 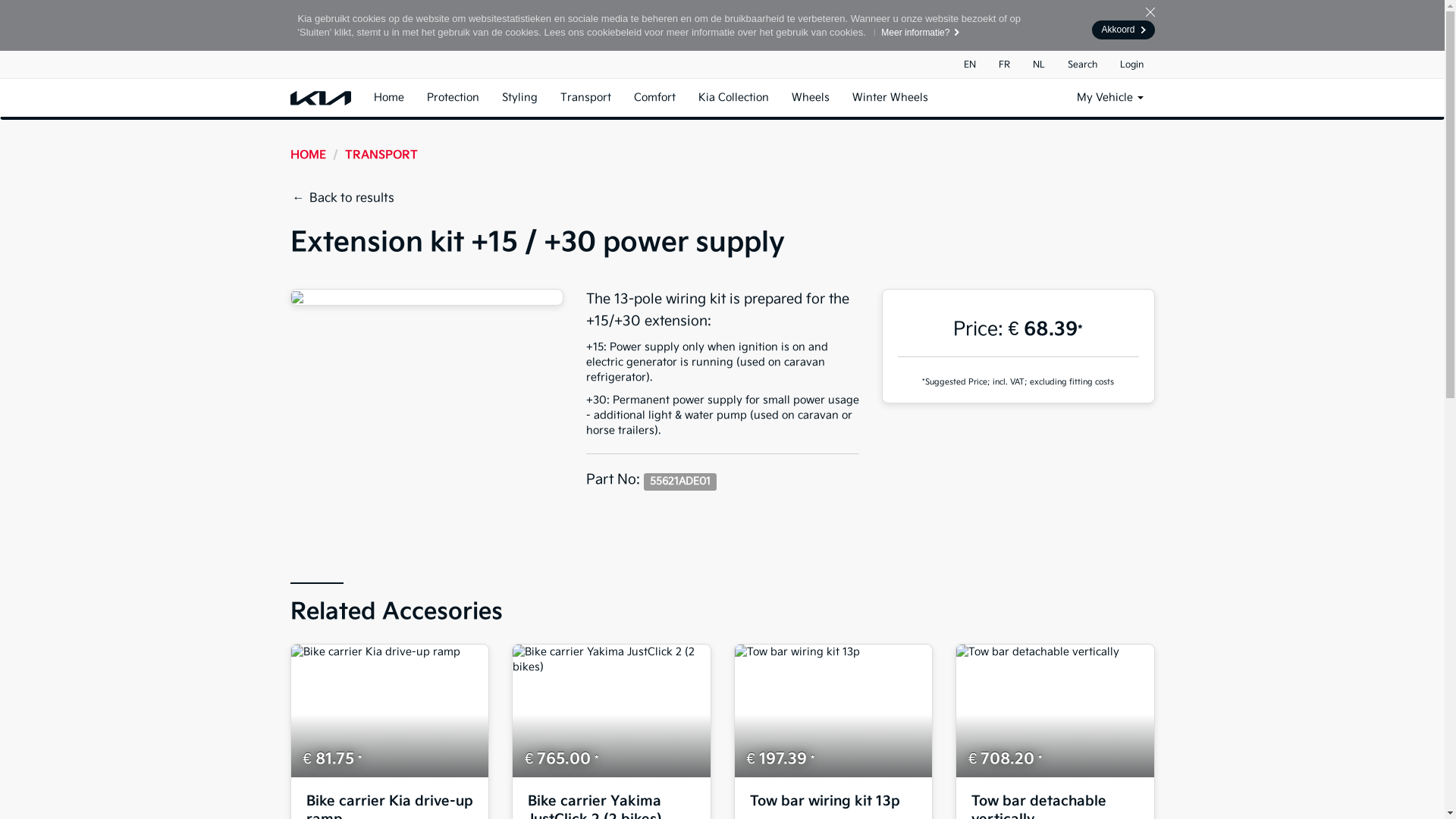 I want to click on 'Meer informatie?', so click(x=912, y=32).